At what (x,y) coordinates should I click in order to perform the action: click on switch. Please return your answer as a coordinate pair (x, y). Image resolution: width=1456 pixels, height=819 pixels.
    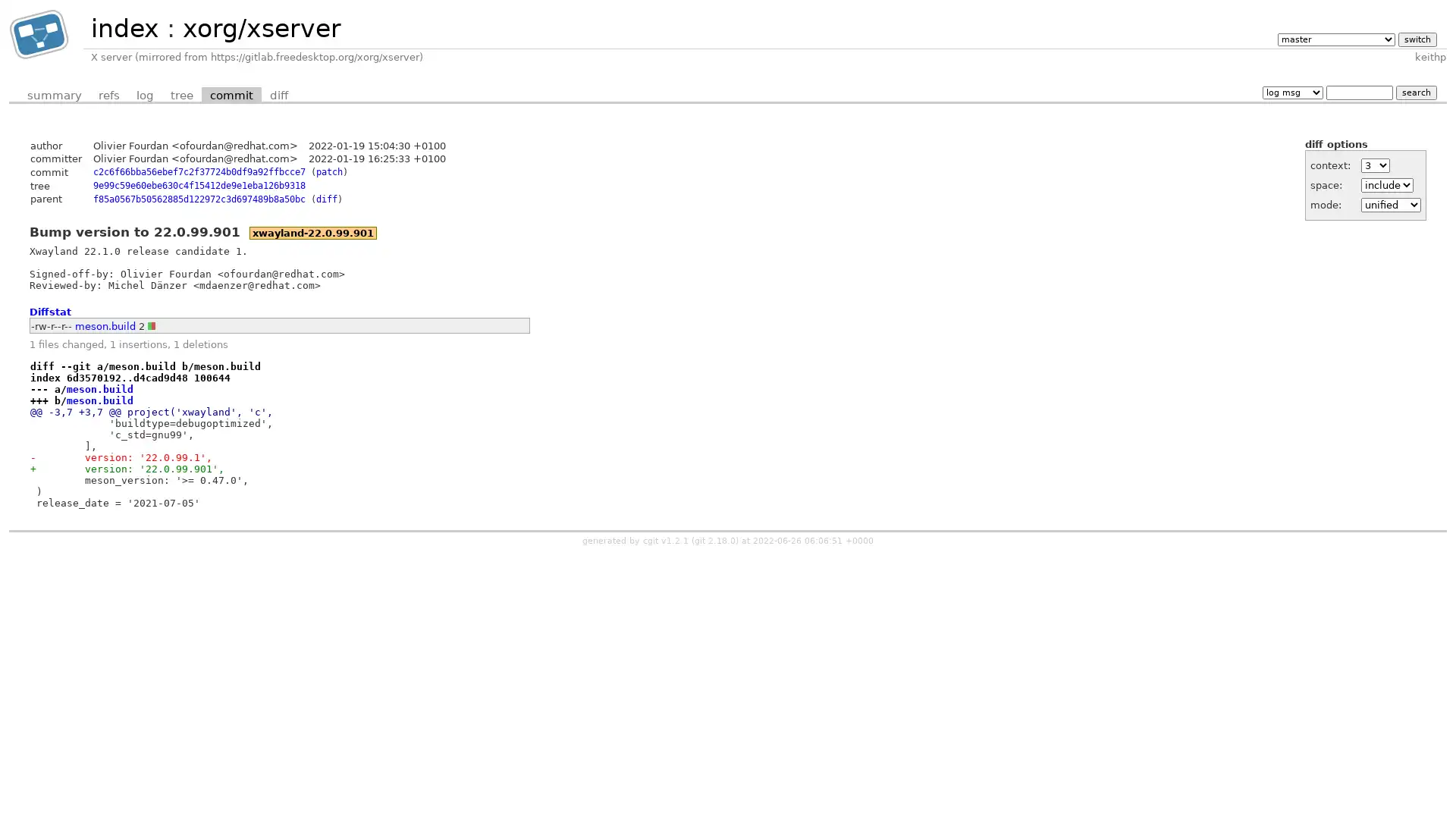
    Looking at the image, I should click on (1416, 38).